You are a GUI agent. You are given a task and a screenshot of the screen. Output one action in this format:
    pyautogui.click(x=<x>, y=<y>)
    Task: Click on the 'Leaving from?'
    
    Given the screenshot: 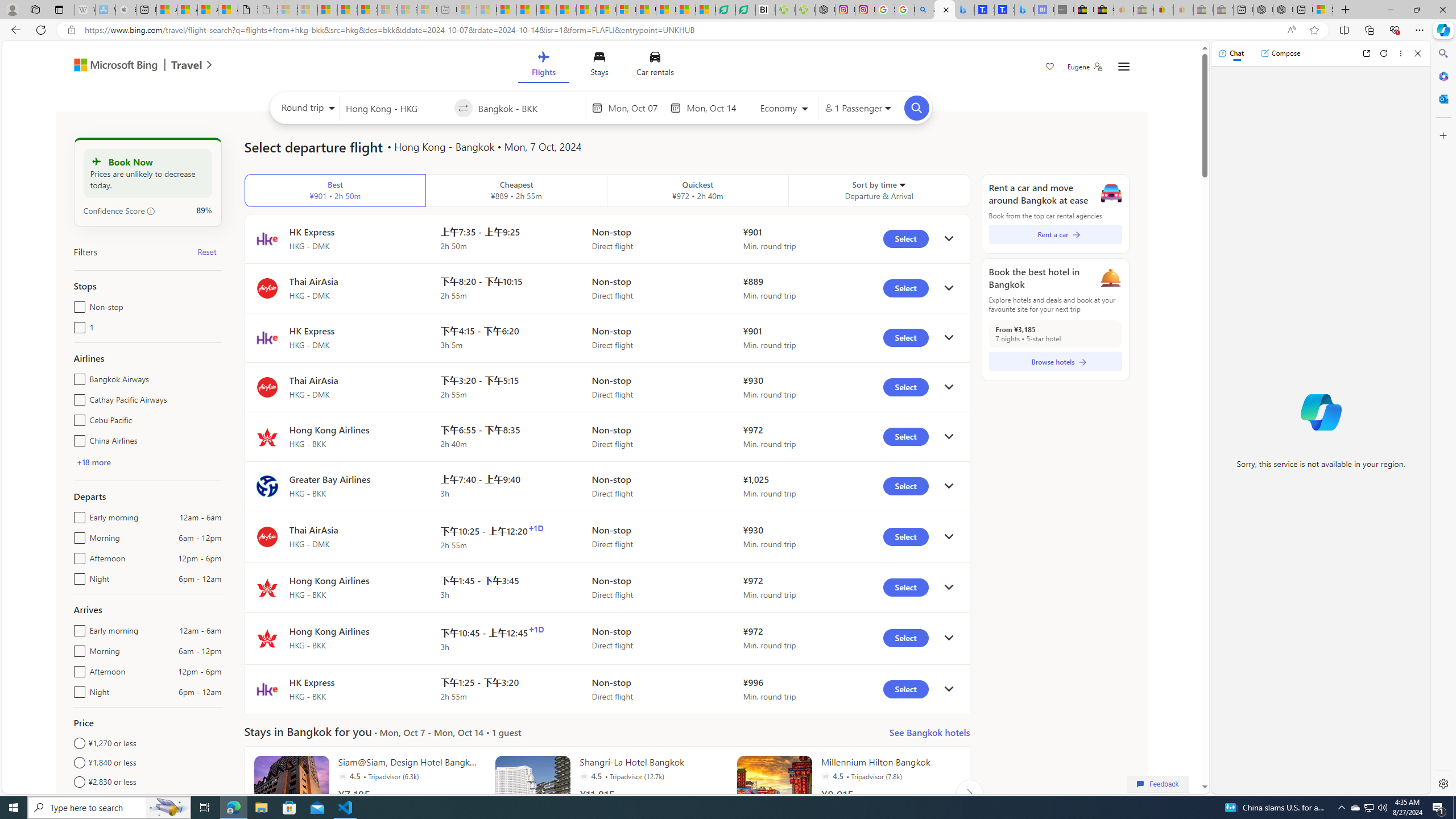 What is the action you would take?
    pyautogui.click(x=396, y=107)
    